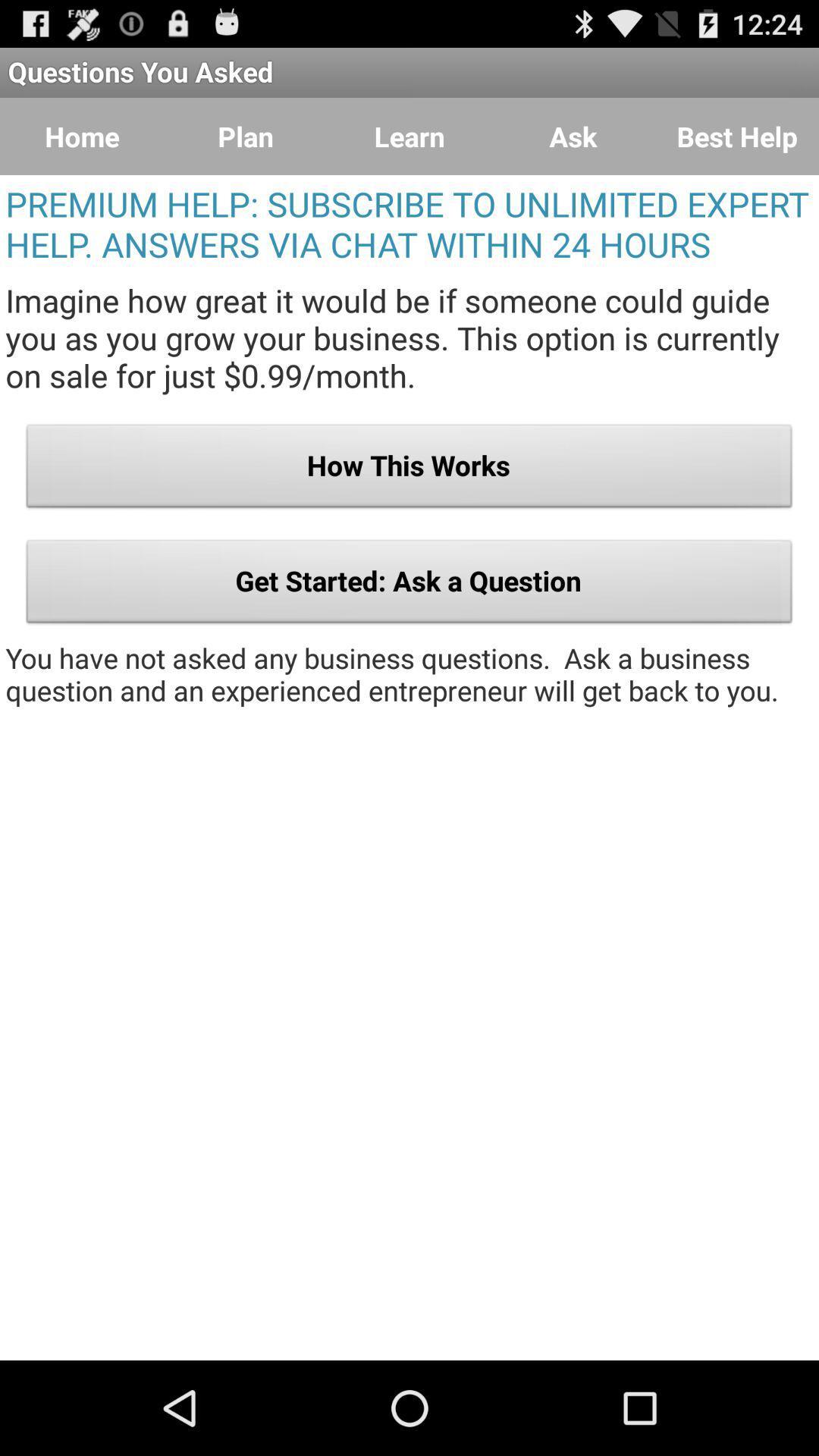 The image size is (819, 1456). Describe the element at coordinates (409, 585) in the screenshot. I see `the item below how this works icon` at that location.